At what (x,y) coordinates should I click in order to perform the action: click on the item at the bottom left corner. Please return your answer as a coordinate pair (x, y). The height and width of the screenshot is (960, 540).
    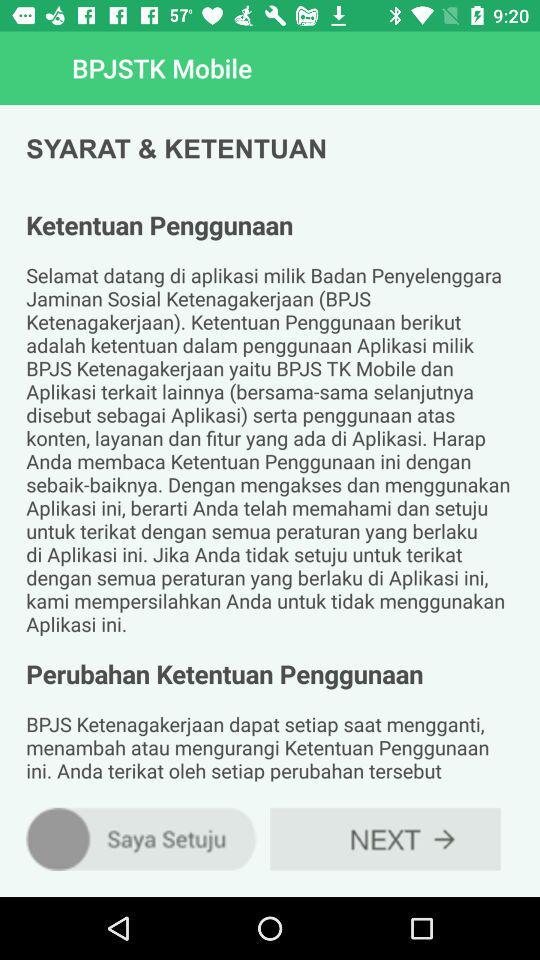
    Looking at the image, I should click on (140, 839).